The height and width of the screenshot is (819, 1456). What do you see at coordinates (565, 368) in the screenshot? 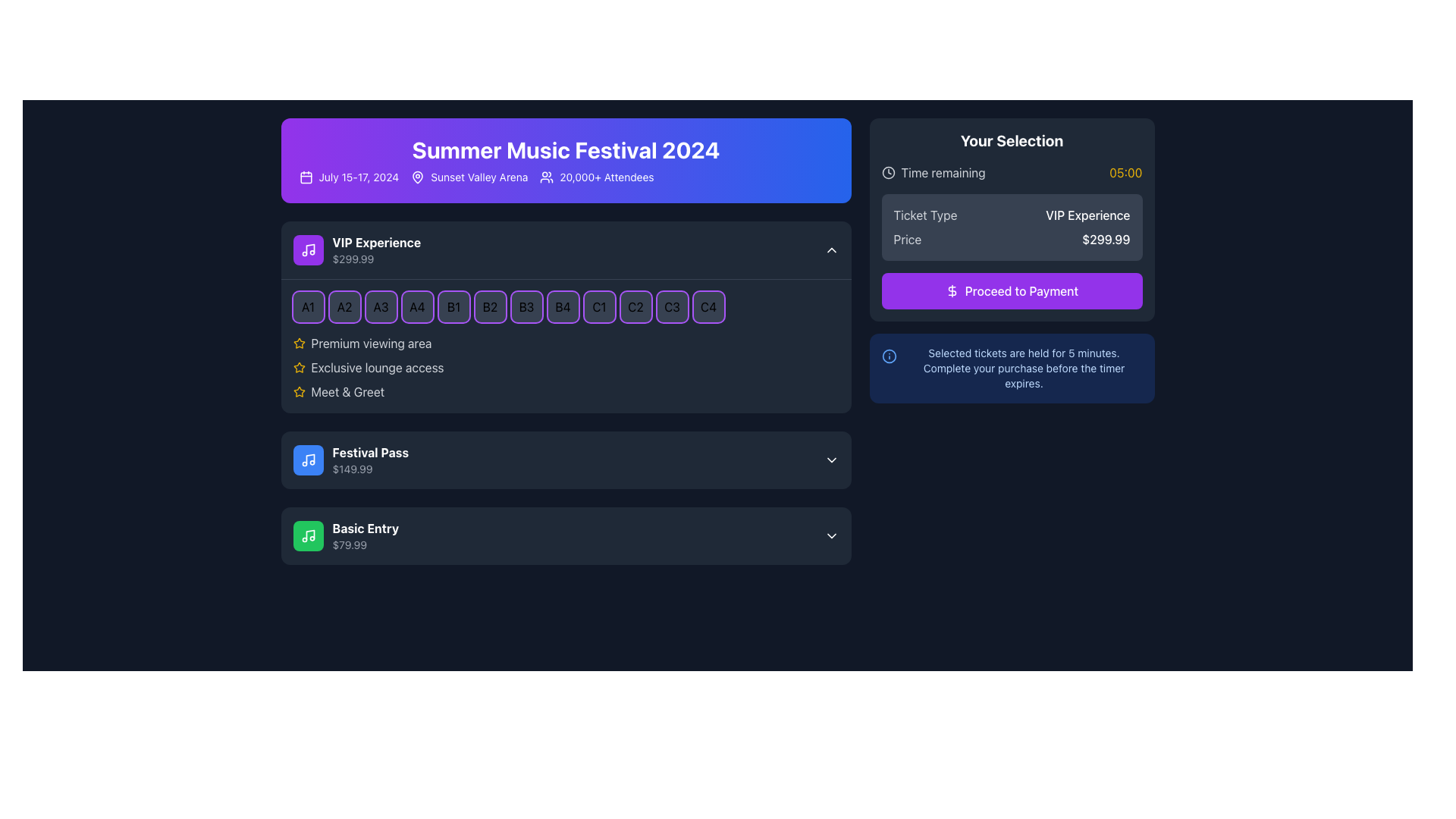
I see `text 'Exclusive lounge access' in the yellow star icon label located in the VIP Experience section` at bounding box center [565, 368].